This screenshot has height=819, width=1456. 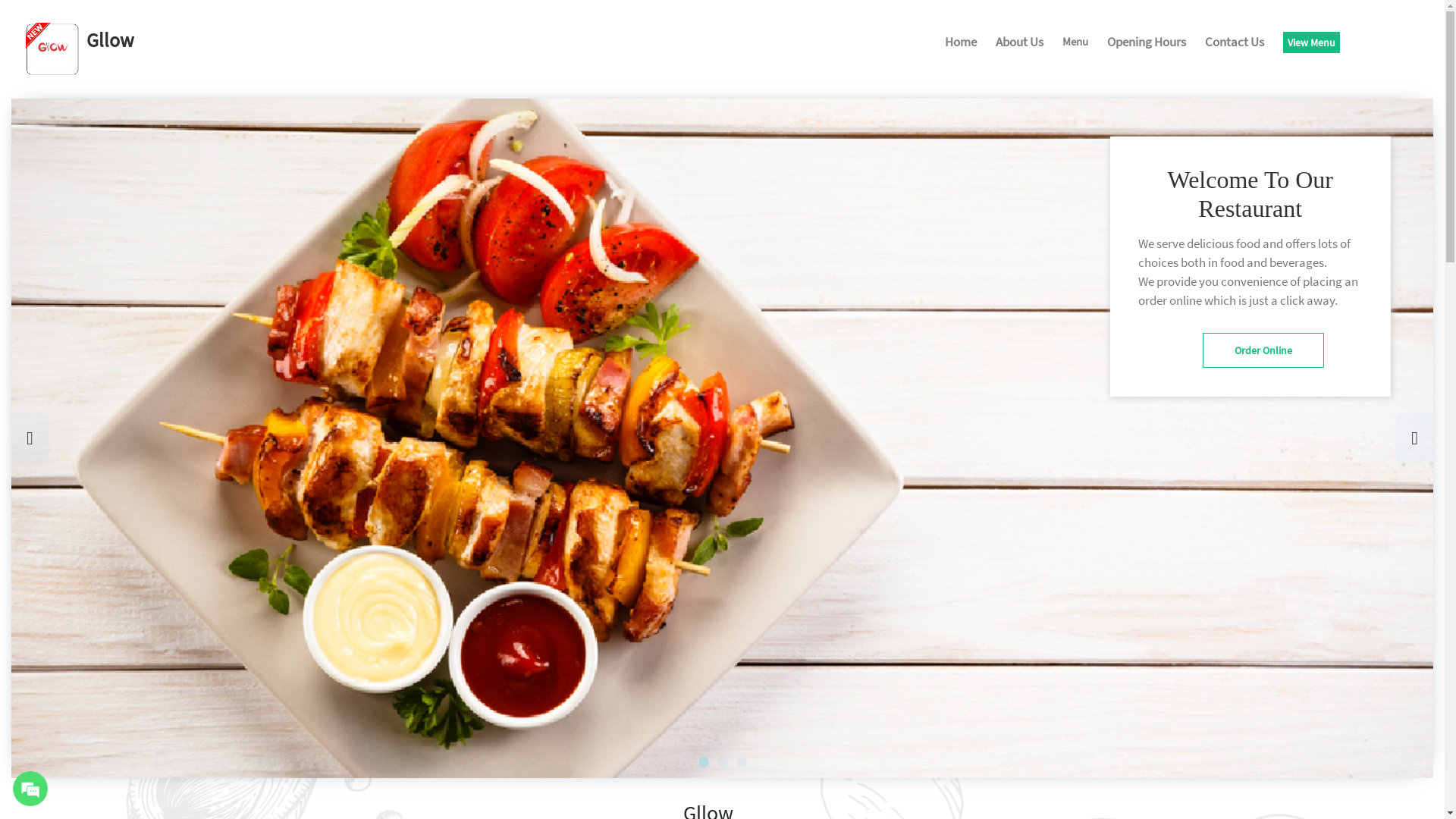 I want to click on 'Contact Us', so click(x=1234, y=42).